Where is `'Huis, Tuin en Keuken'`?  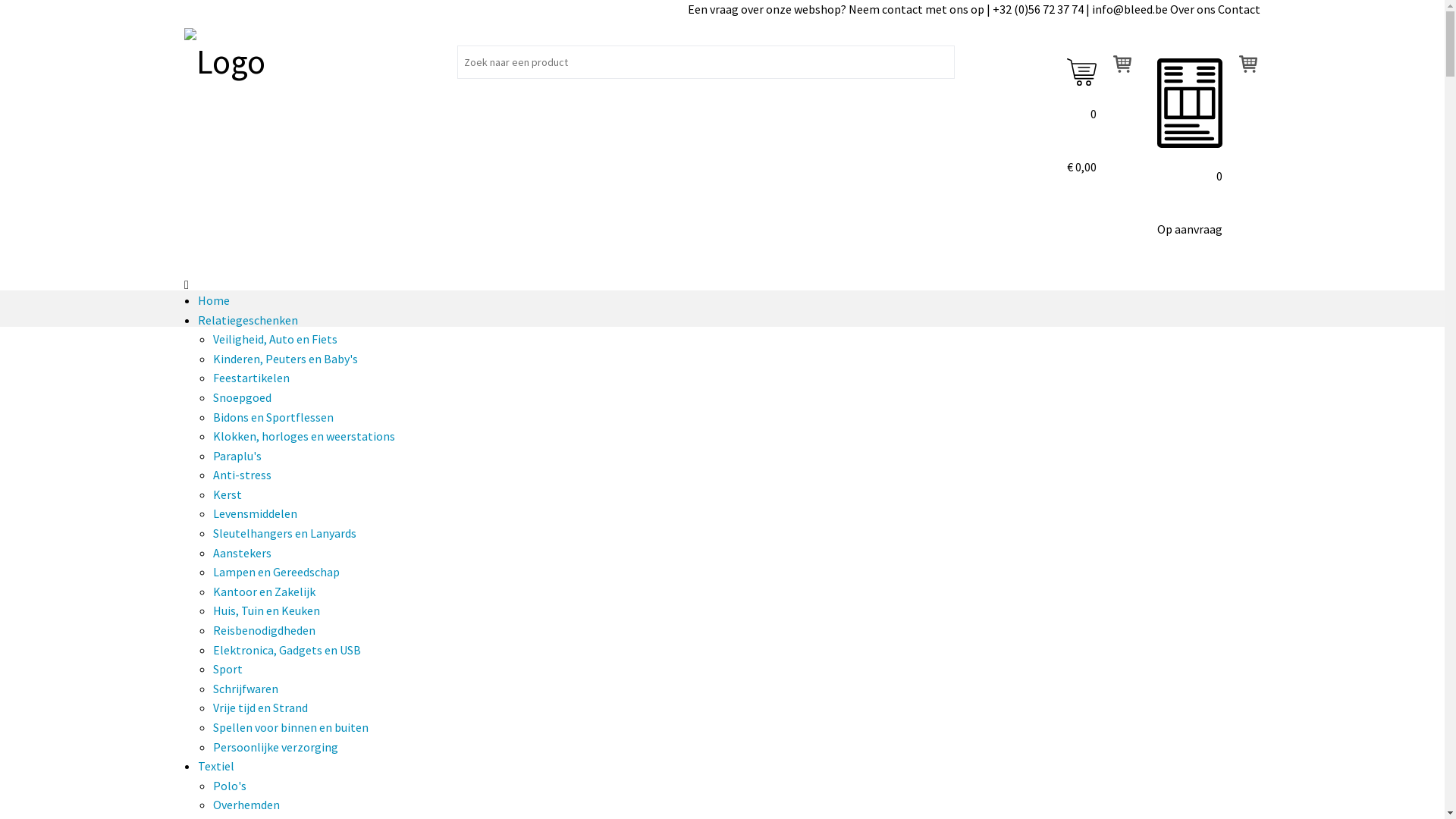 'Huis, Tuin en Keuken' is located at coordinates (266, 610).